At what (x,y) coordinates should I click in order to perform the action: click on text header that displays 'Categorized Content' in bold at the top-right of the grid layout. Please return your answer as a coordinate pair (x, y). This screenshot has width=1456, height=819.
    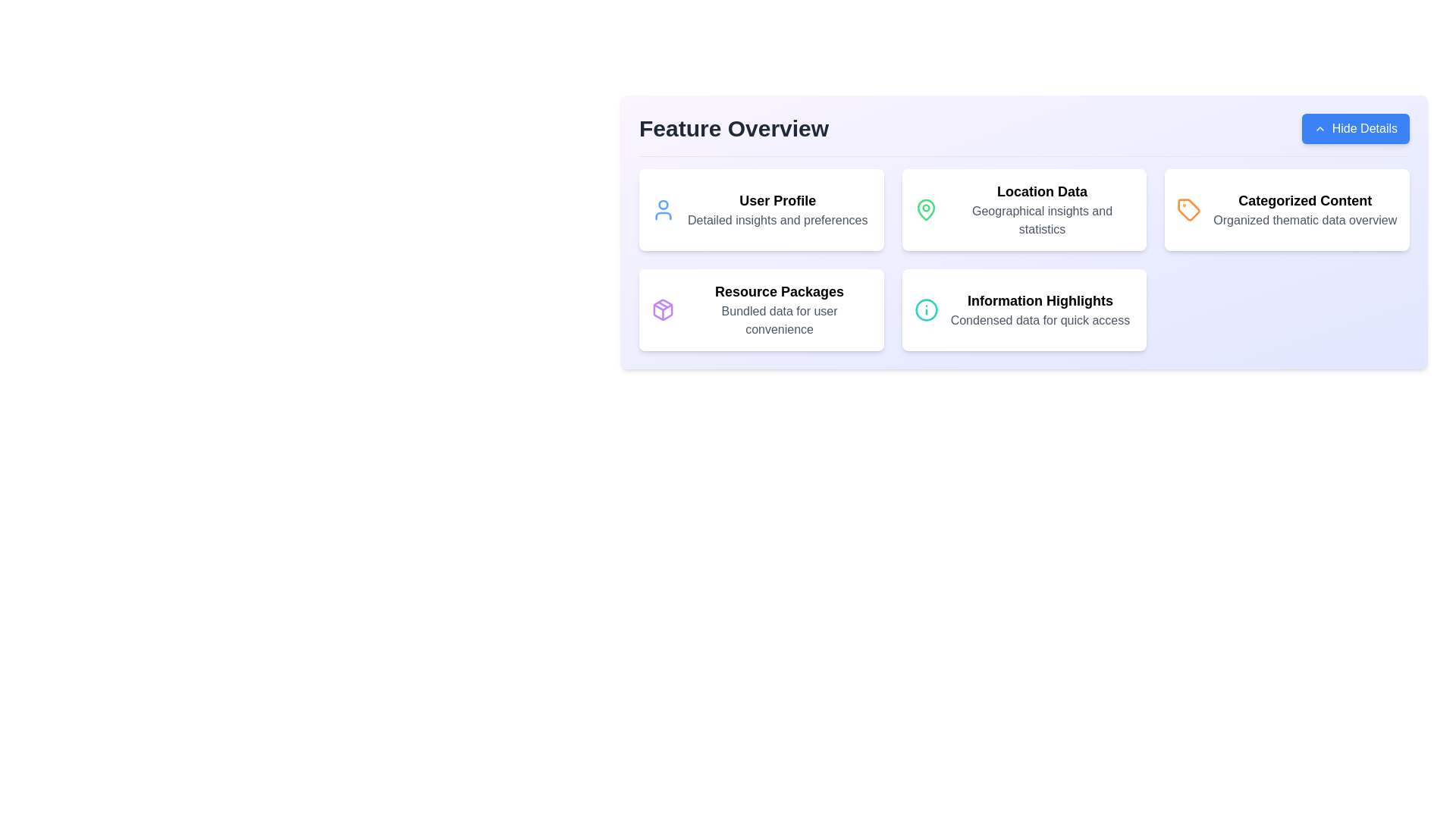
    Looking at the image, I should click on (1304, 200).